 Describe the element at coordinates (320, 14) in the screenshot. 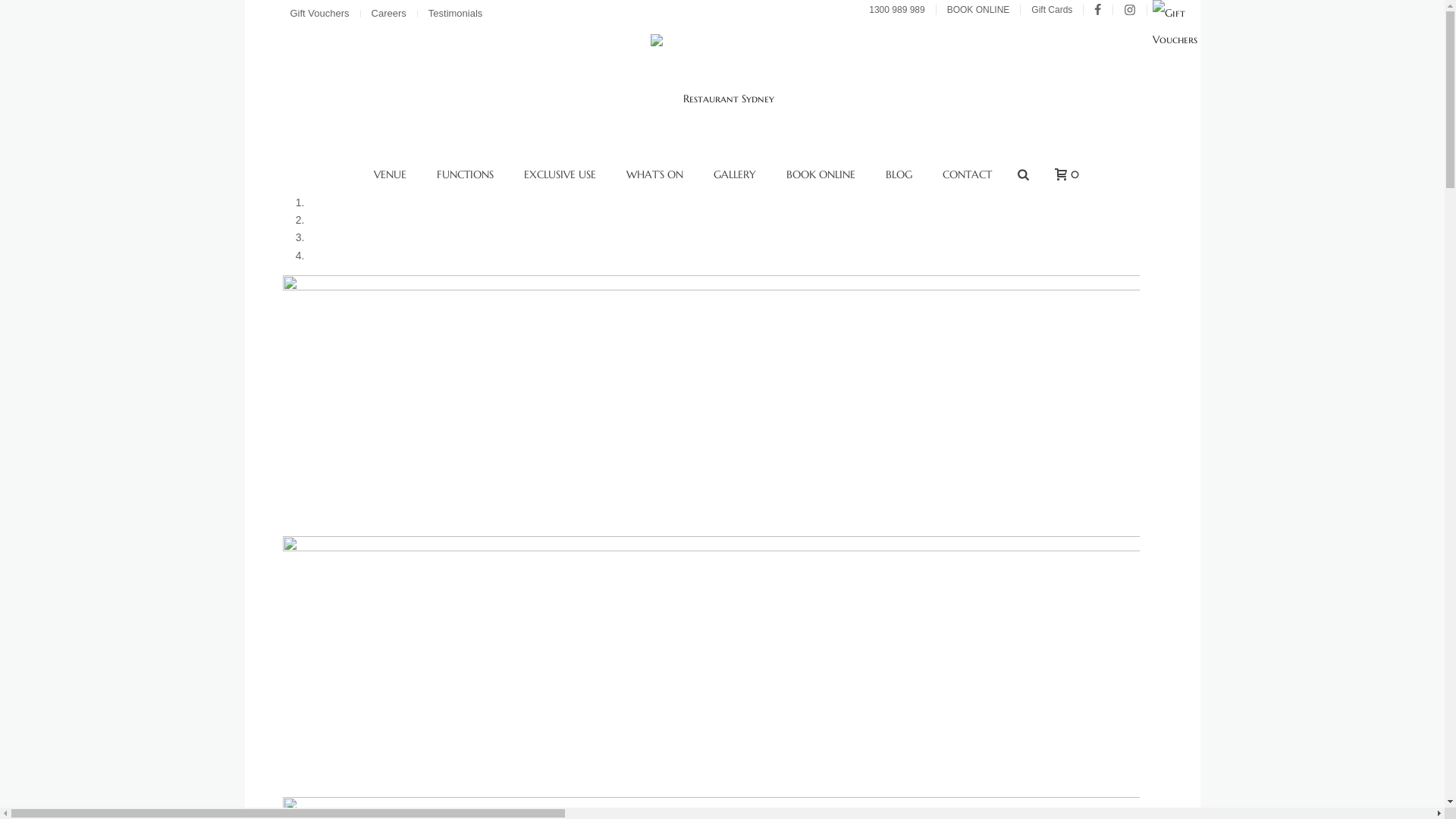

I see `'Gift Vouchers'` at that location.